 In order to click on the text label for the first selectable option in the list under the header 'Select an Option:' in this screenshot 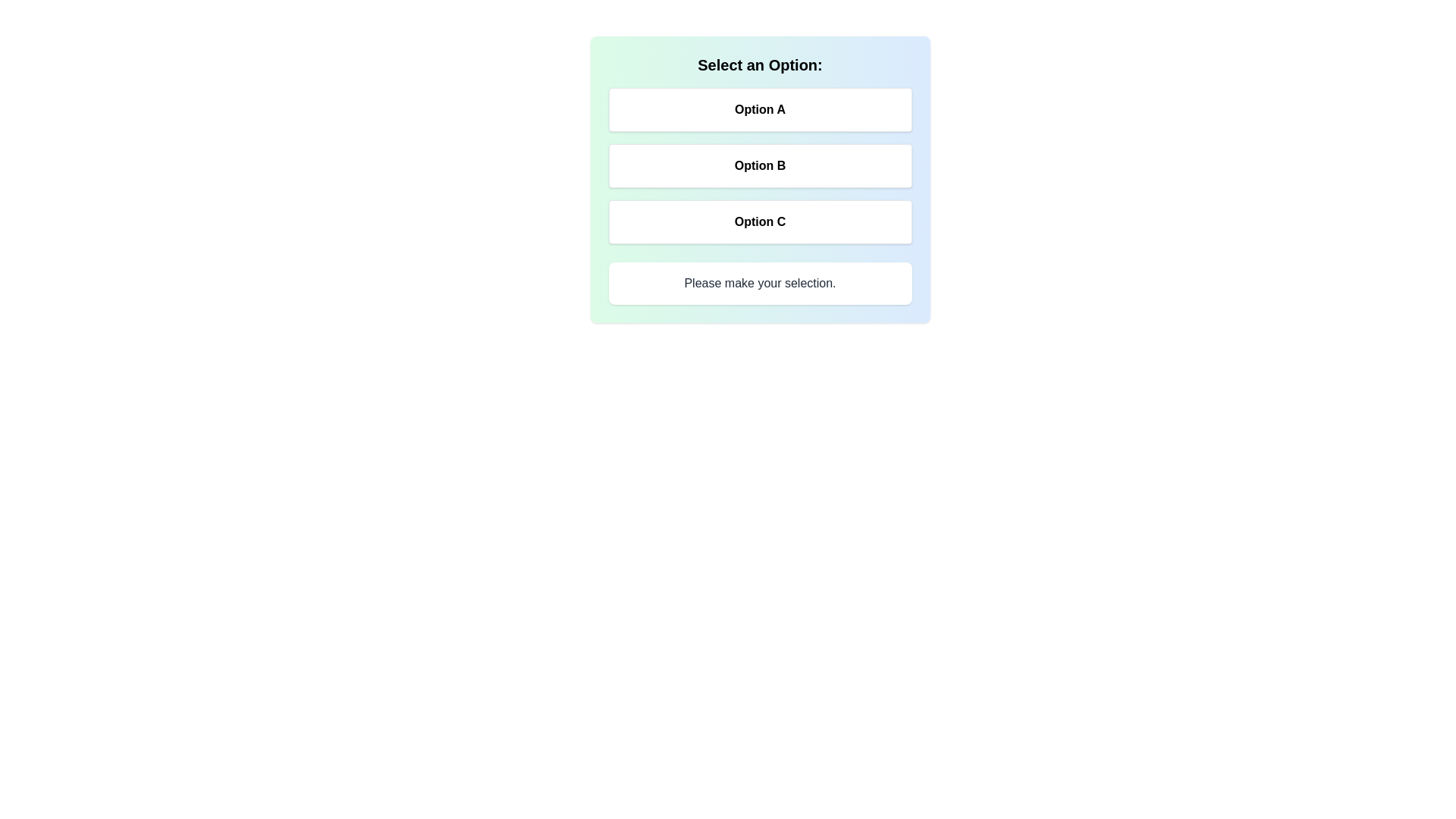, I will do `click(760, 109)`.